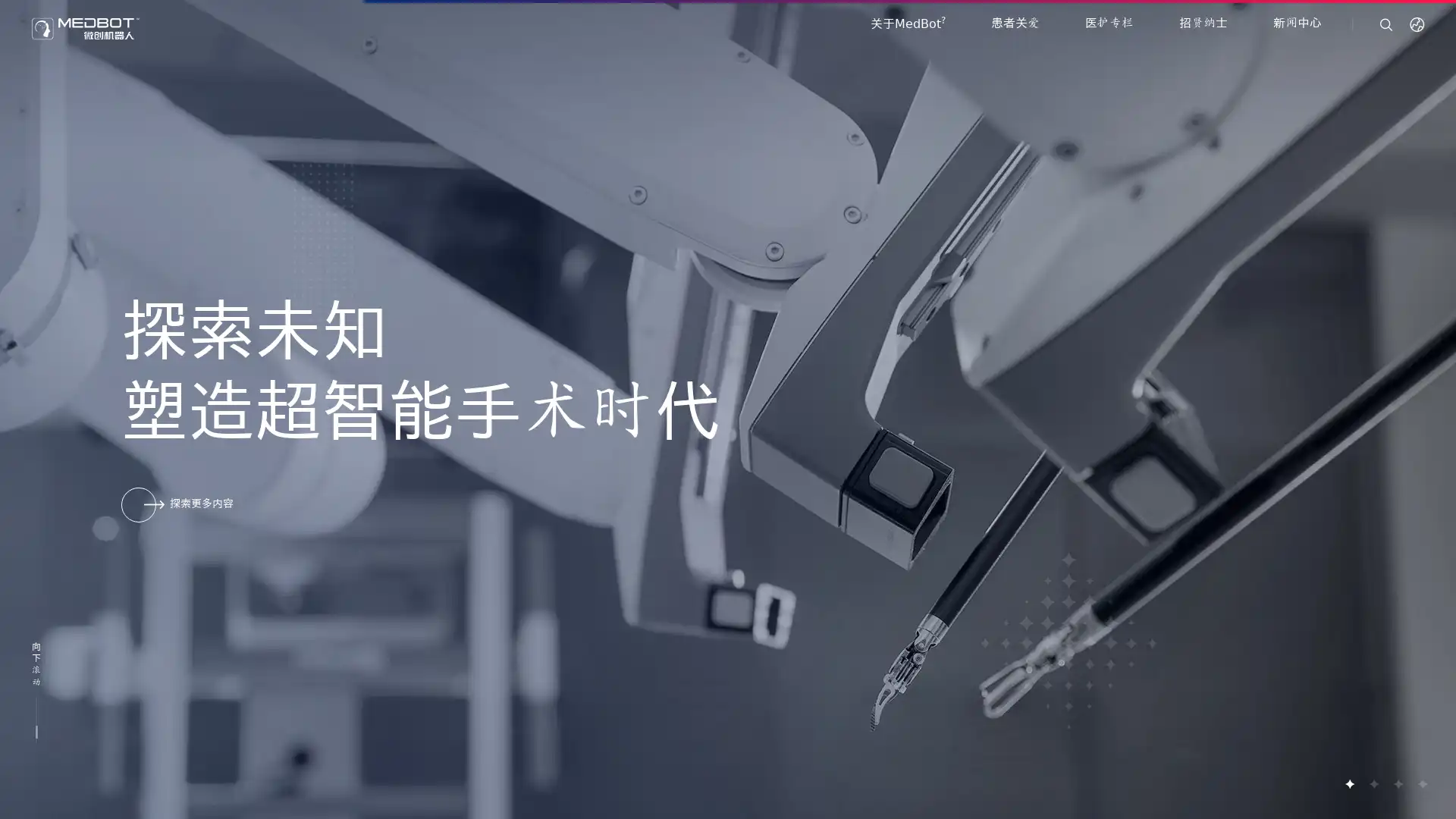  Describe the element at coordinates (1373, 783) in the screenshot. I see `Go to slide 2` at that location.